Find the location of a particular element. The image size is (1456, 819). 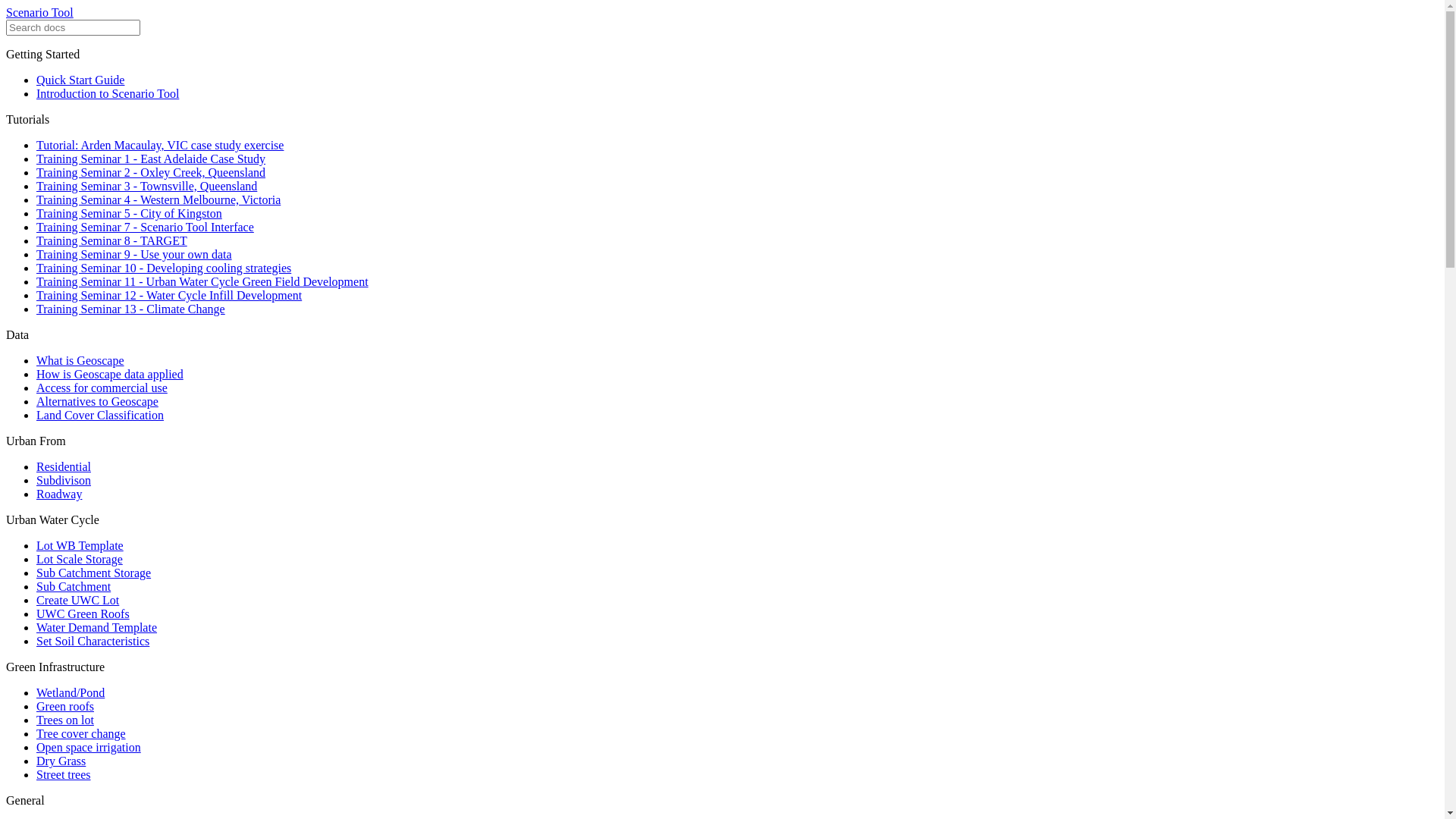

'Trees on lot' is located at coordinates (36, 719).